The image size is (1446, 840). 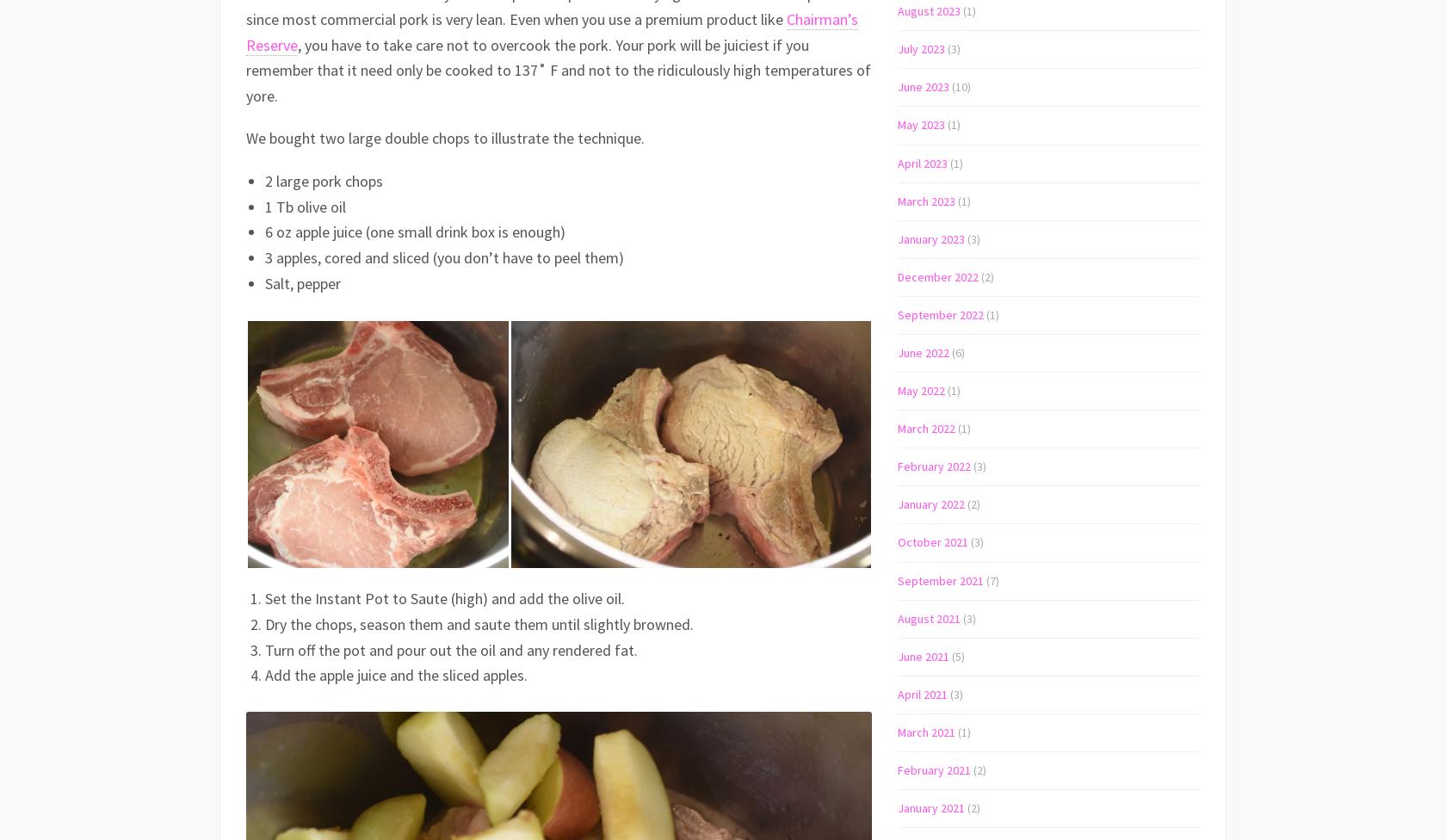 What do you see at coordinates (923, 161) in the screenshot?
I see `'April 2023'` at bounding box center [923, 161].